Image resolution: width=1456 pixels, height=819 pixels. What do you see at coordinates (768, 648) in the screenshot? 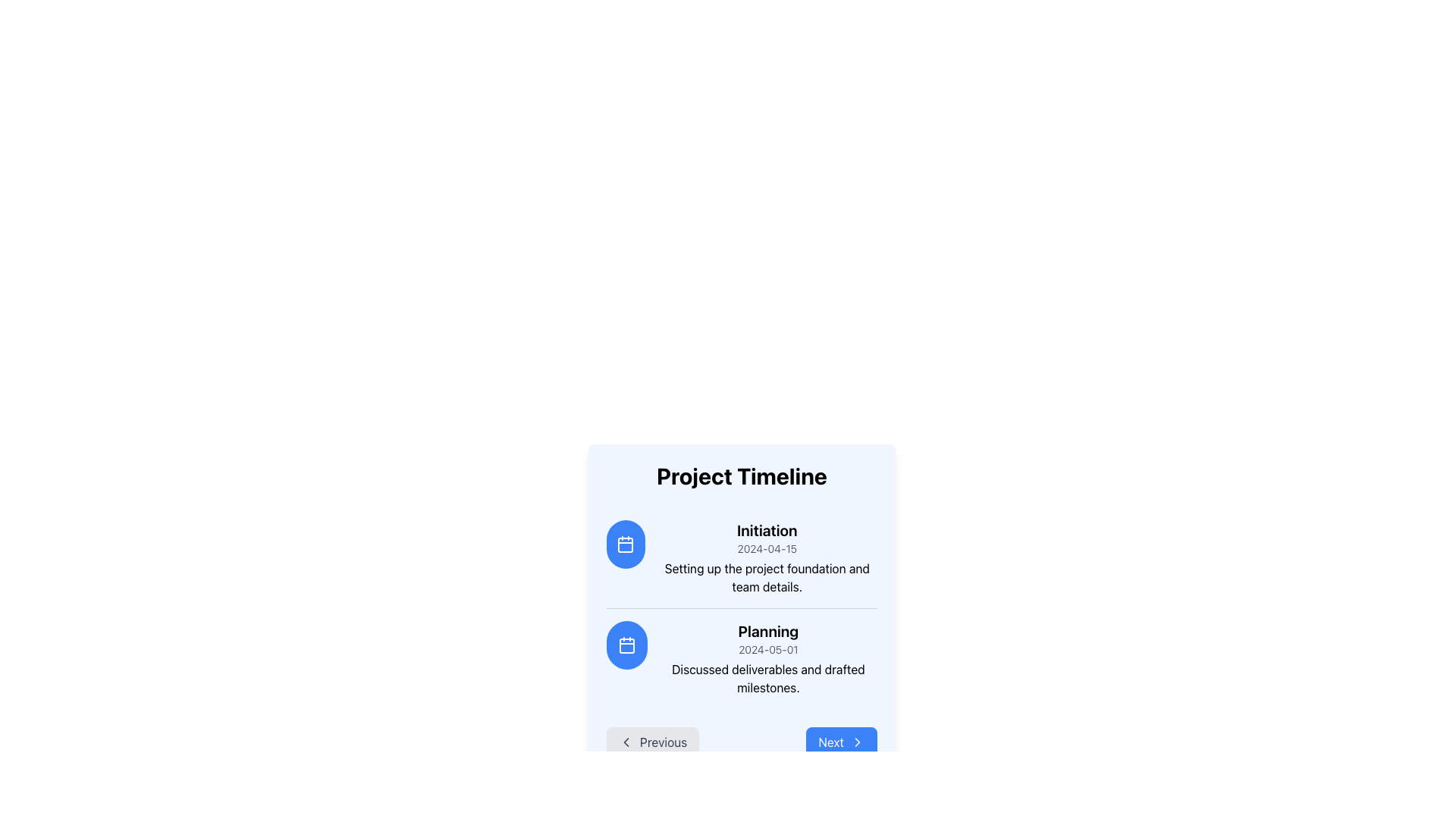
I see `date text from the Text Label located in the middle of the second timeline entry, which is below the title 'Planning' and above the description 'Discussed deliverables and drafted milestones.'` at bounding box center [768, 648].